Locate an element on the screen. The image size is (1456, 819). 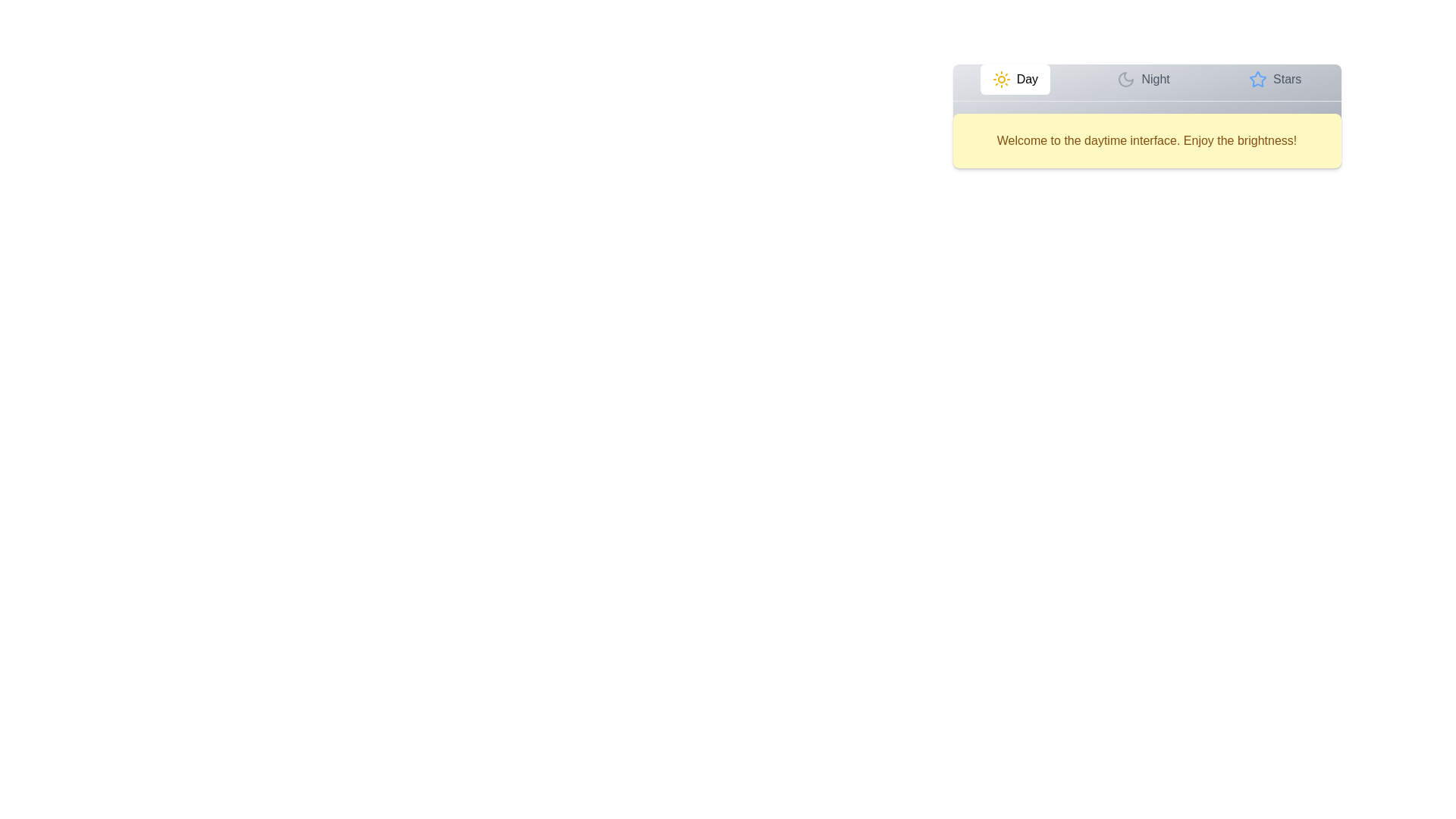
the Night tab is located at coordinates (1143, 79).